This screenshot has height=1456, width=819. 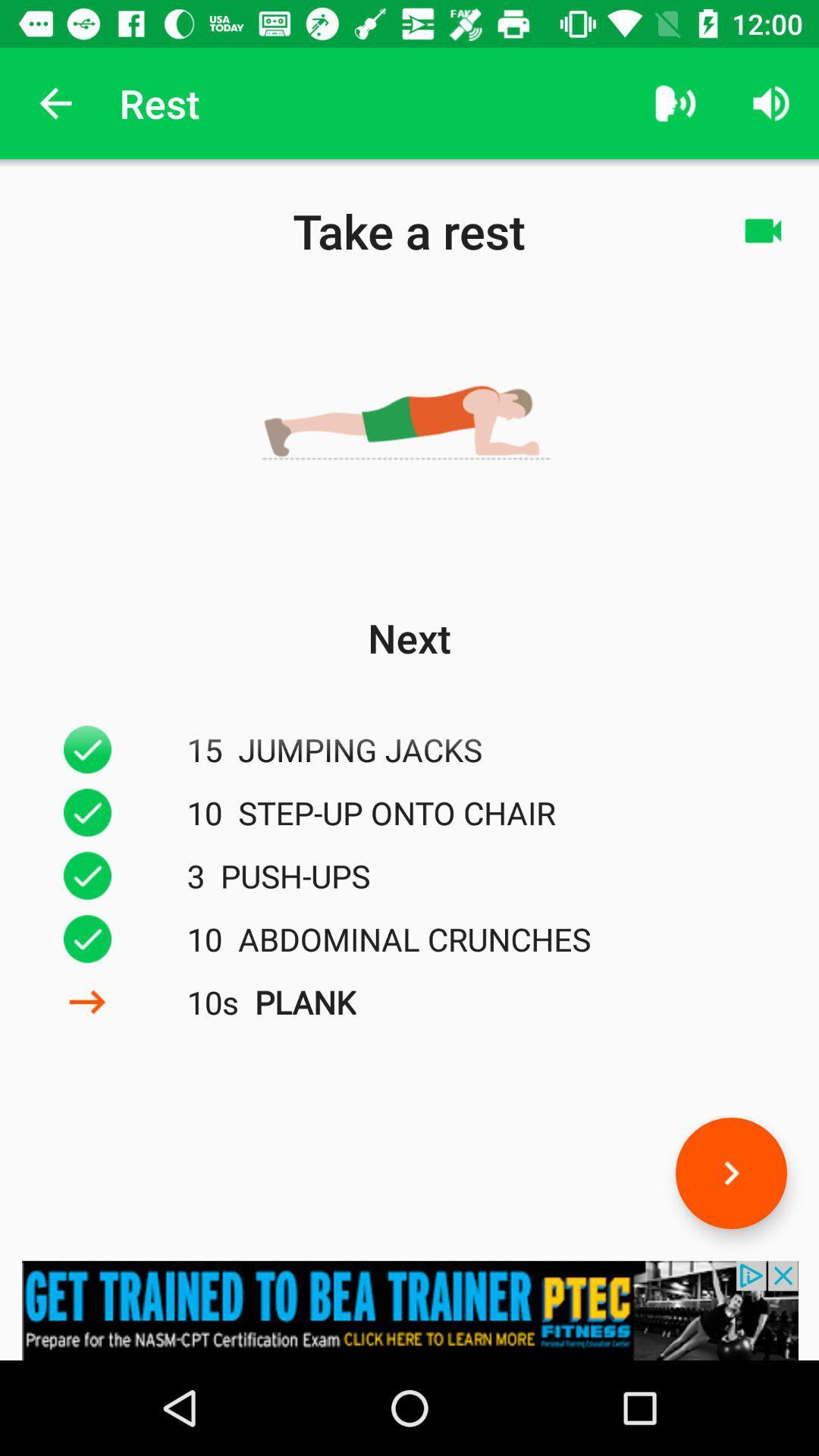 I want to click on record video, so click(x=763, y=230).